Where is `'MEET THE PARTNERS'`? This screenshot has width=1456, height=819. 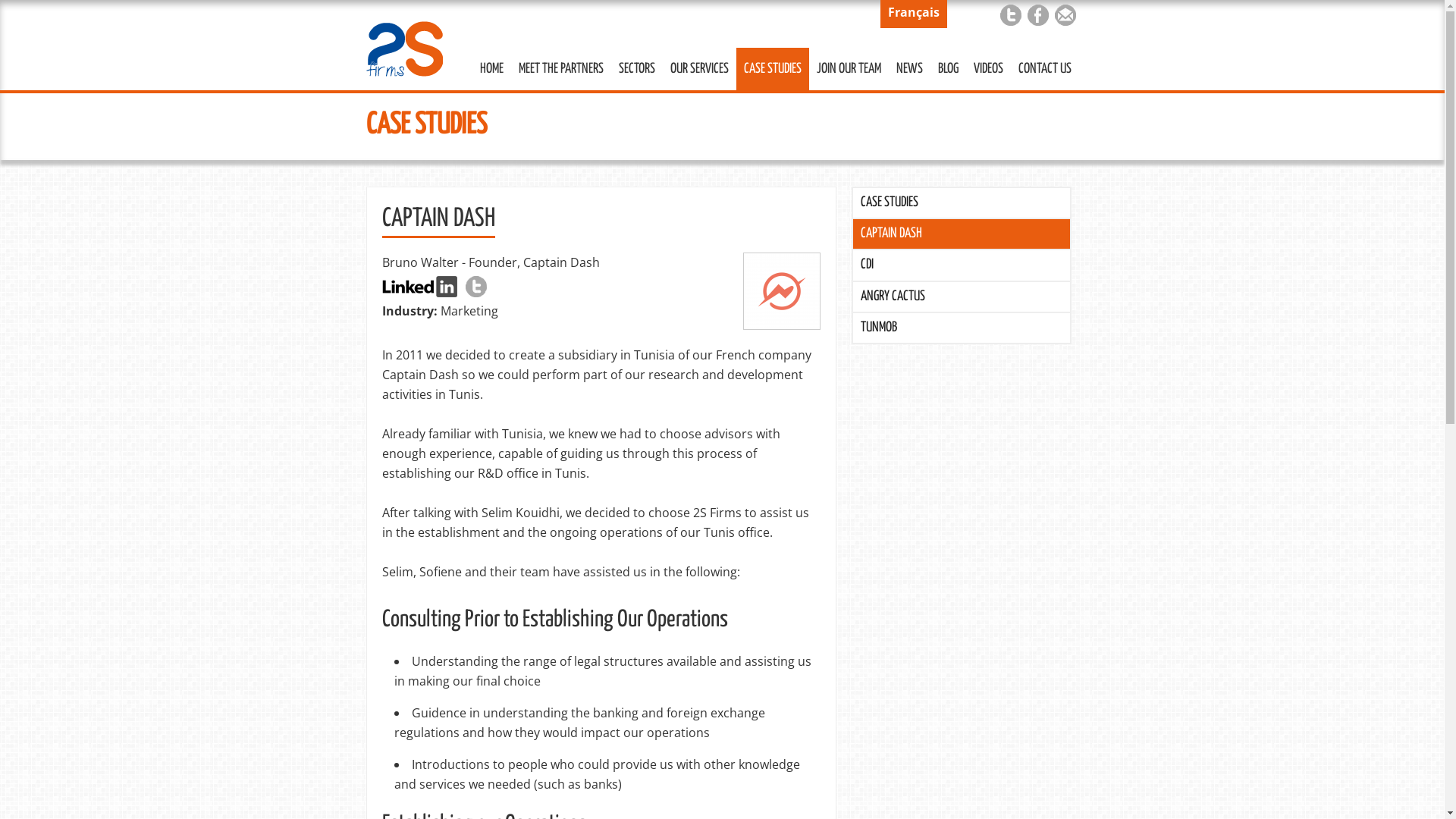
'MEET THE PARTNERS' is located at coordinates (560, 69).